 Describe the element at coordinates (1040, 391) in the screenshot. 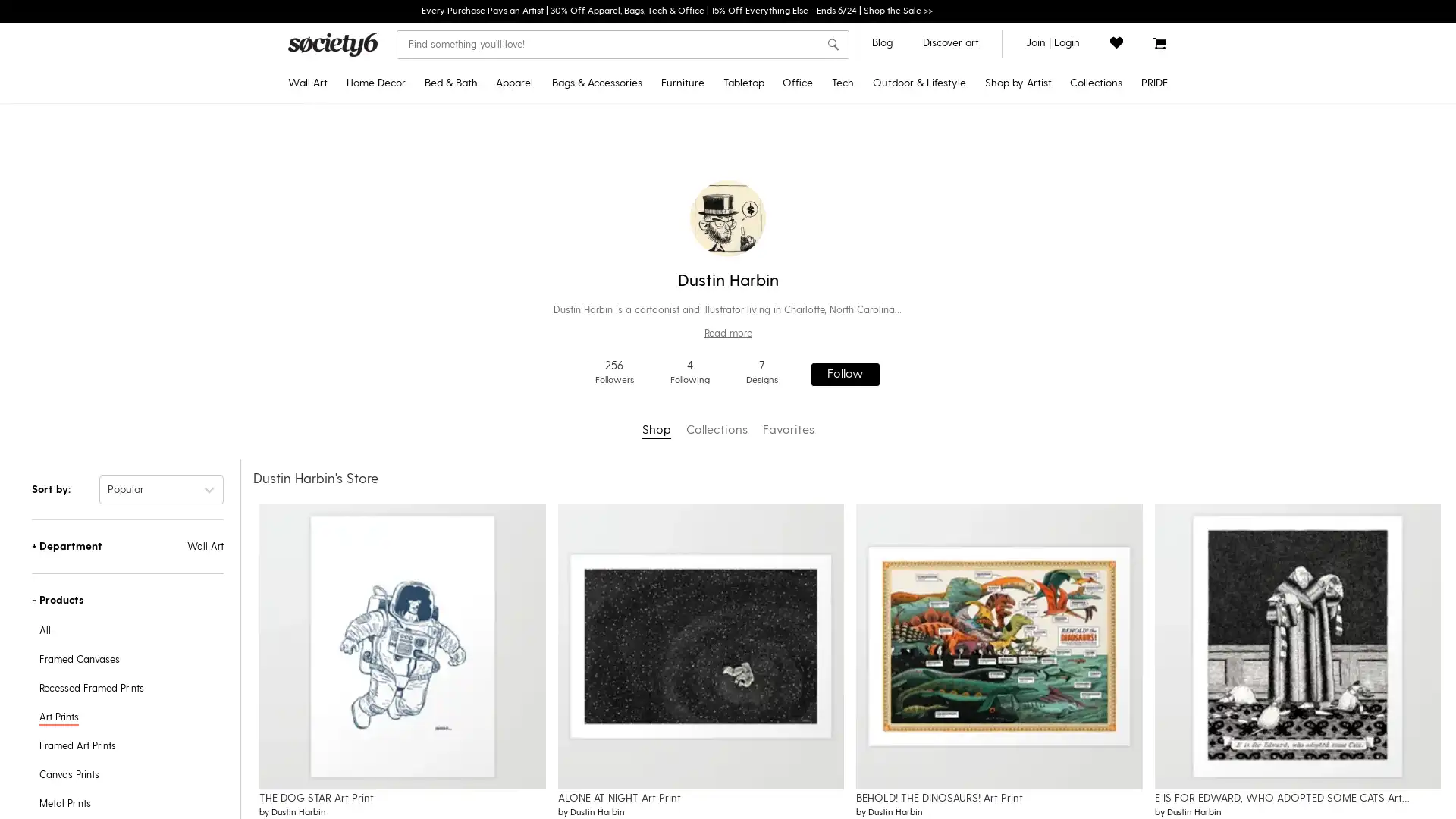

I see `Discover Cotton Bedding` at that location.